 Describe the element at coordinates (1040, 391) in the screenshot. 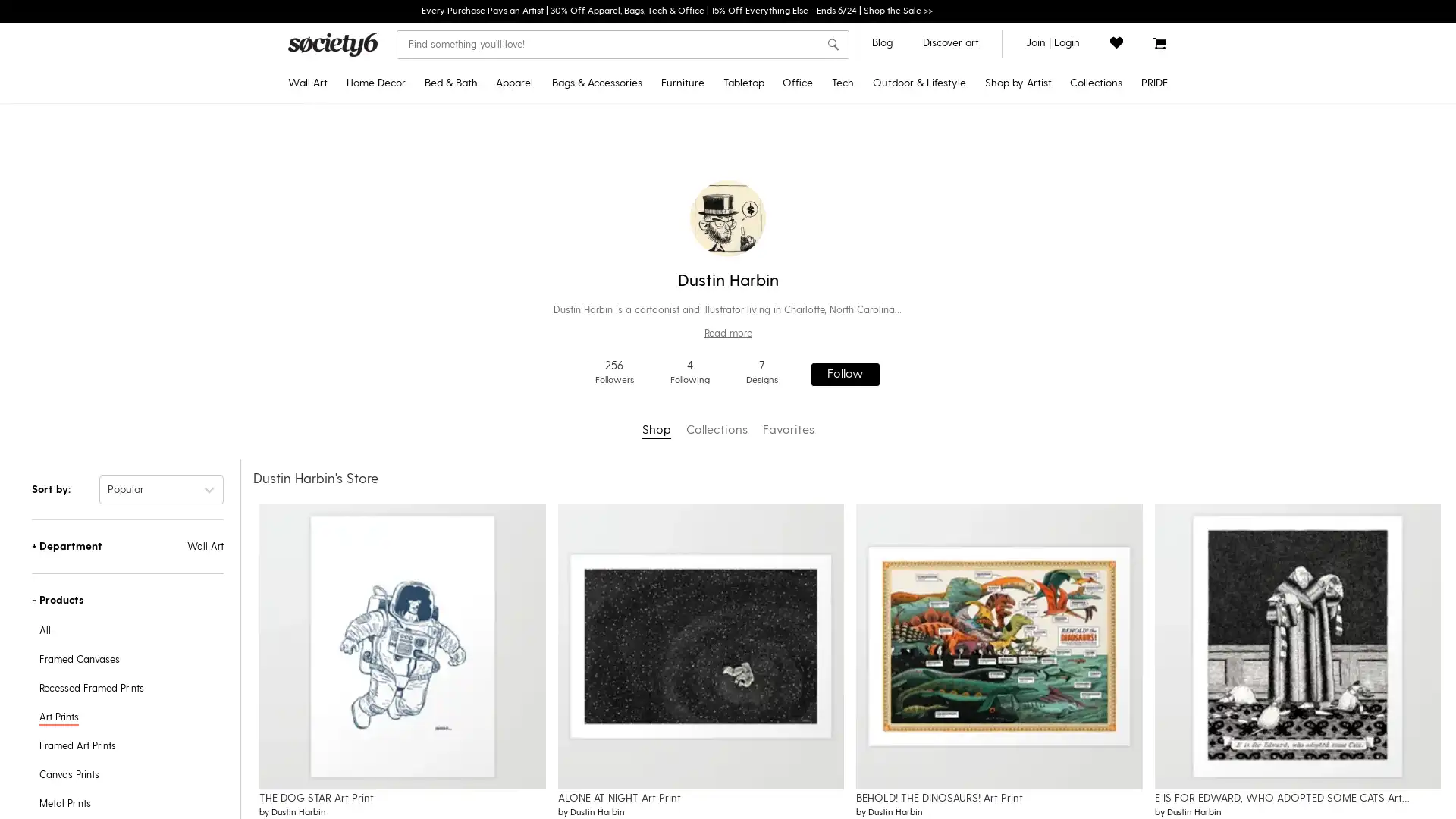

I see `Discover Cotton Bedding` at that location.